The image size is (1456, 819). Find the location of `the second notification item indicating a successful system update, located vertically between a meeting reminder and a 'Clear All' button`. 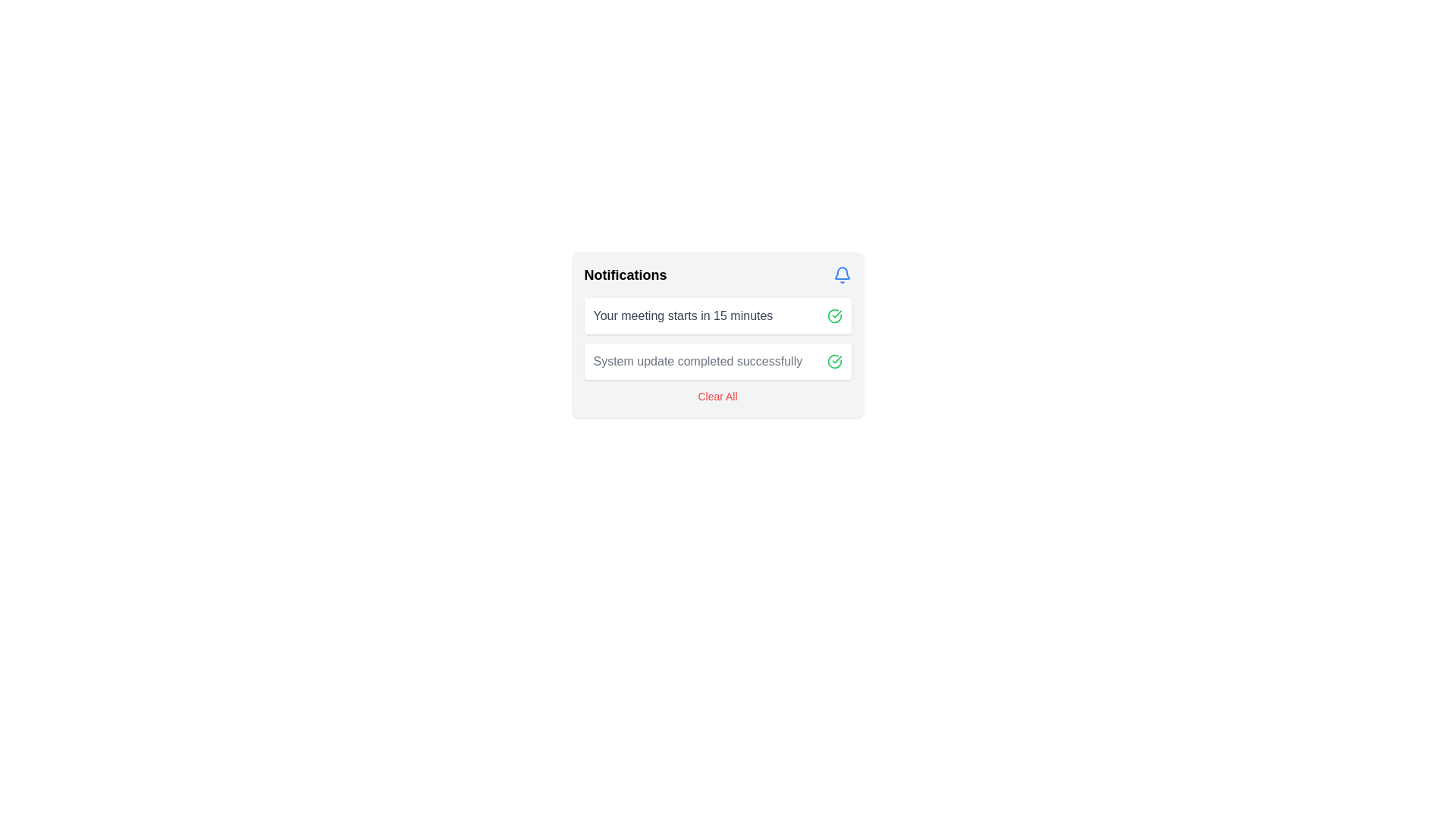

the second notification item indicating a successful system update, located vertically between a meeting reminder and a 'Clear All' button is located at coordinates (717, 362).